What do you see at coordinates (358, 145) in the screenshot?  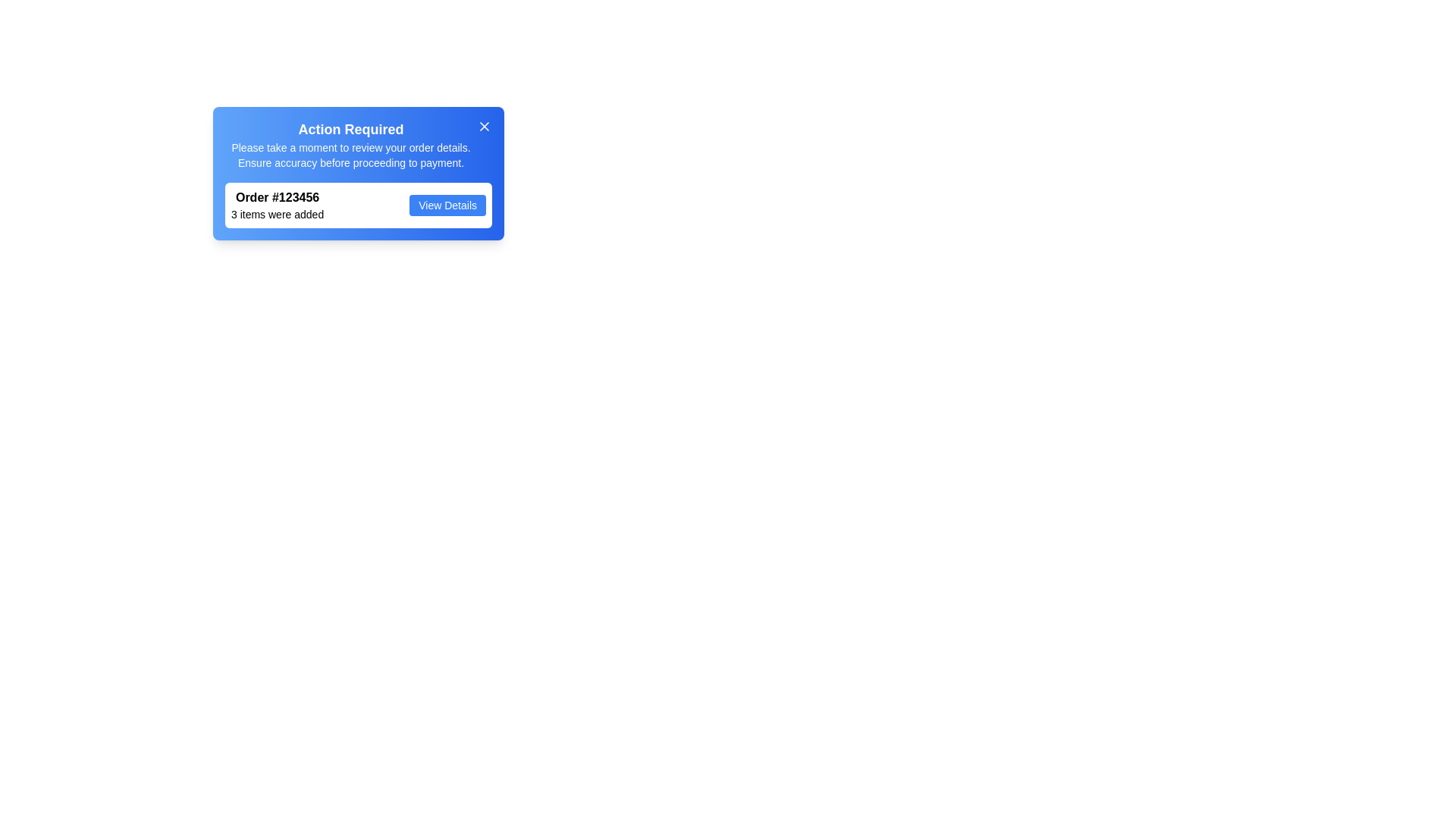 I see `the text block titled 'Action Required' which contains important order review instructions, located in the upper section of the notification card` at bounding box center [358, 145].